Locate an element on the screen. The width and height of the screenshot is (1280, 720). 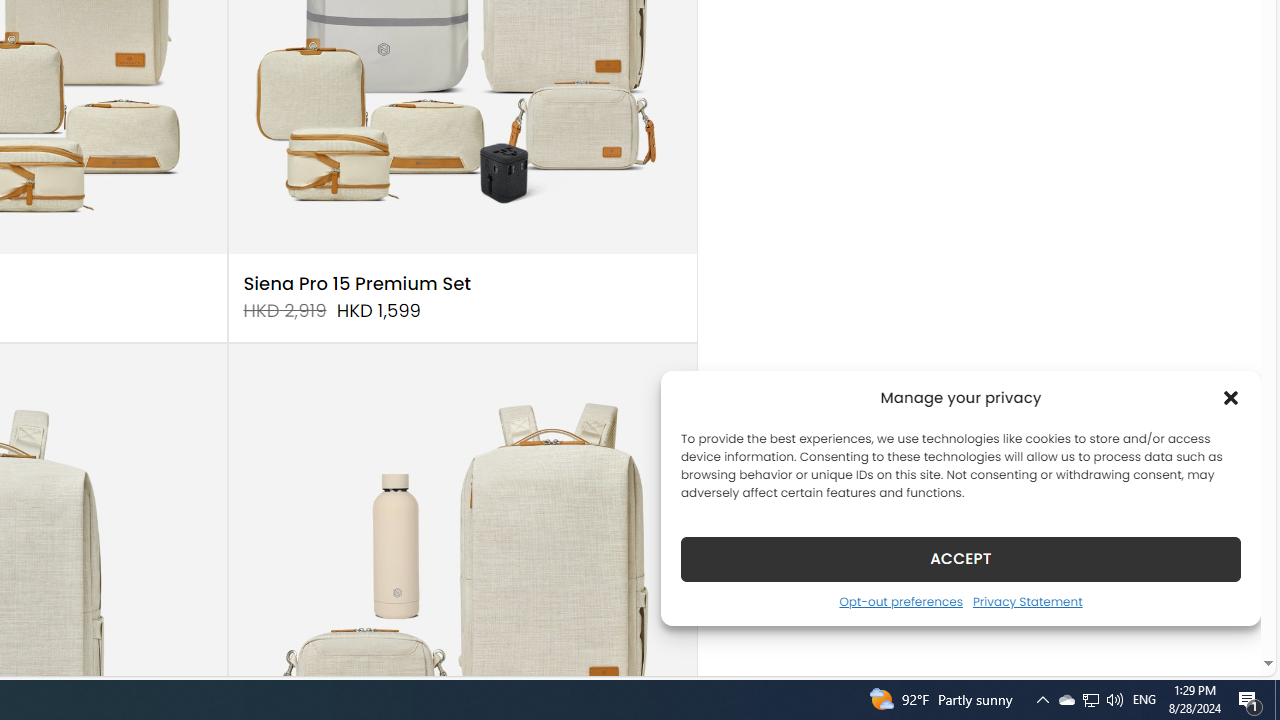
'ACCEPT' is located at coordinates (961, 558).